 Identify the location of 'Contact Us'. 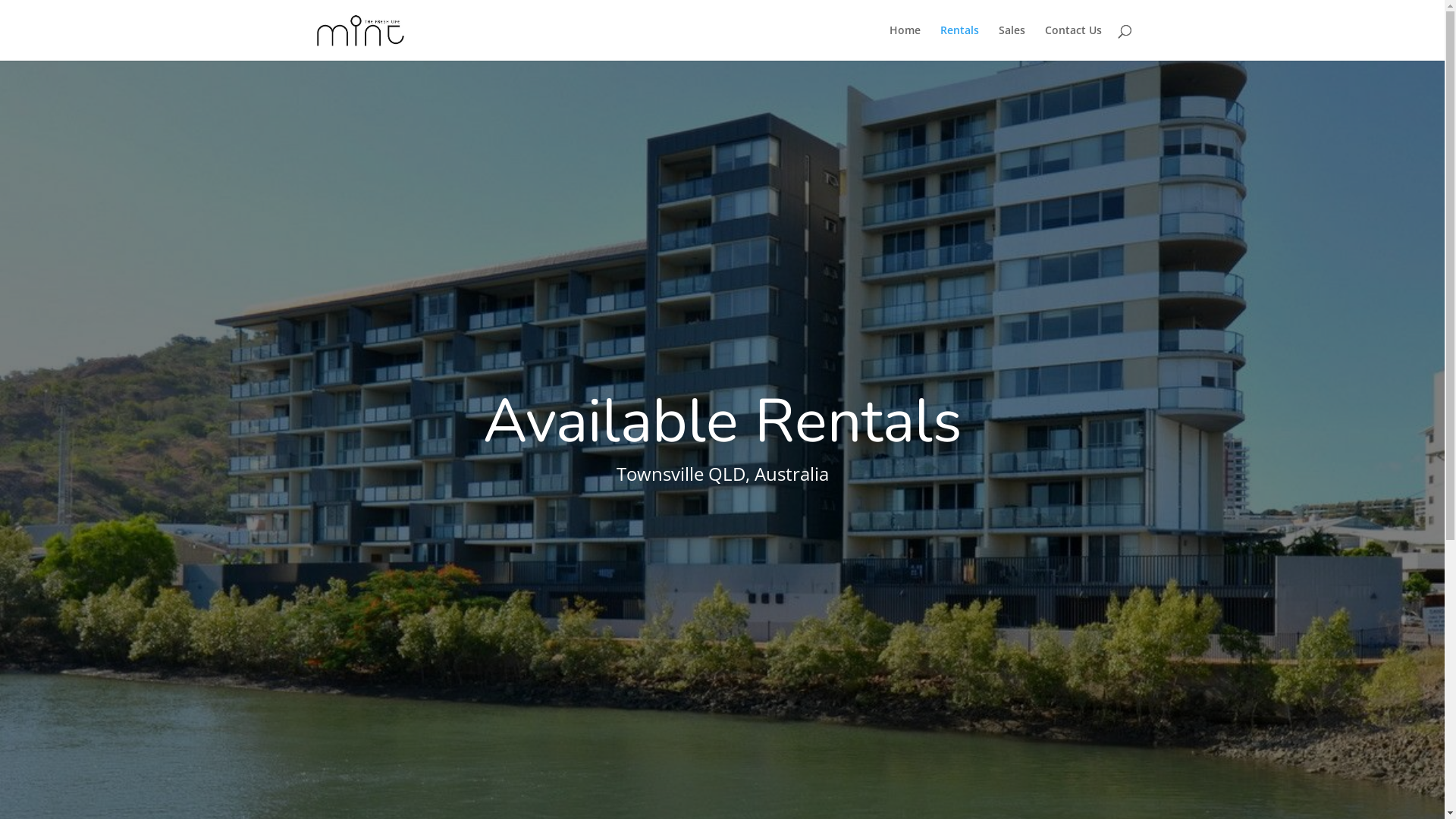
(1072, 42).